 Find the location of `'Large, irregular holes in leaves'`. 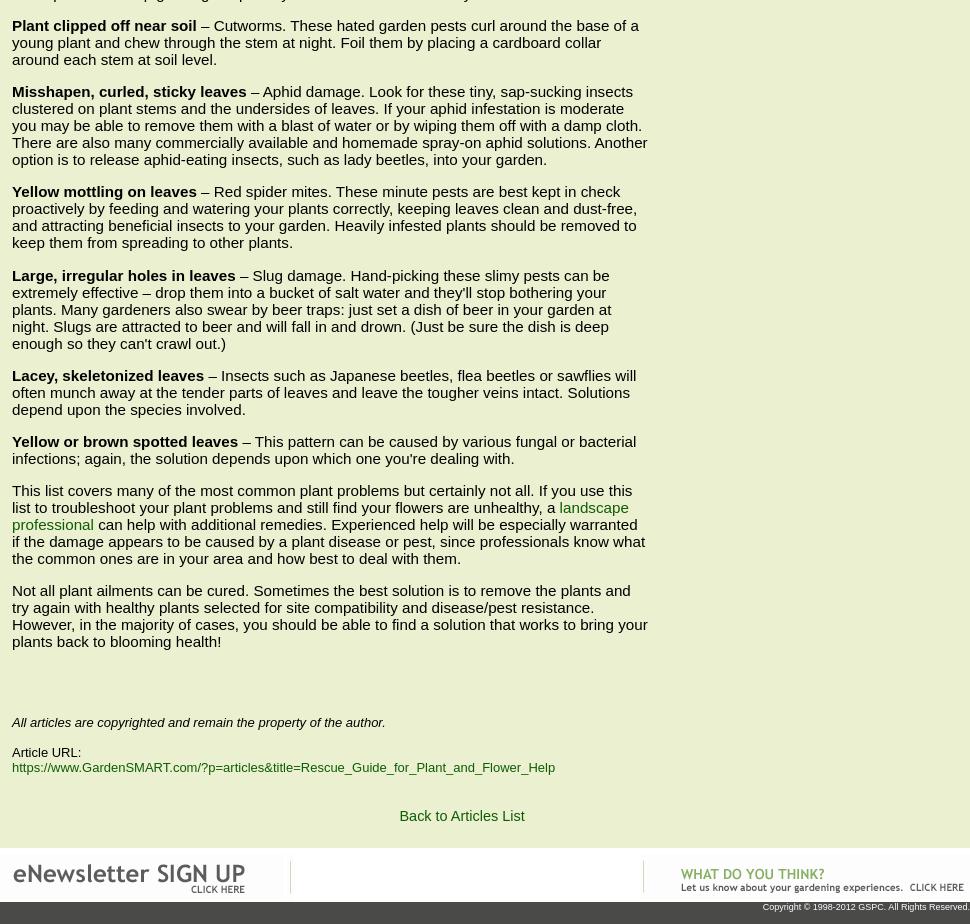

'Large, irregular holes in leaves' is located at coordinates (123, 274).